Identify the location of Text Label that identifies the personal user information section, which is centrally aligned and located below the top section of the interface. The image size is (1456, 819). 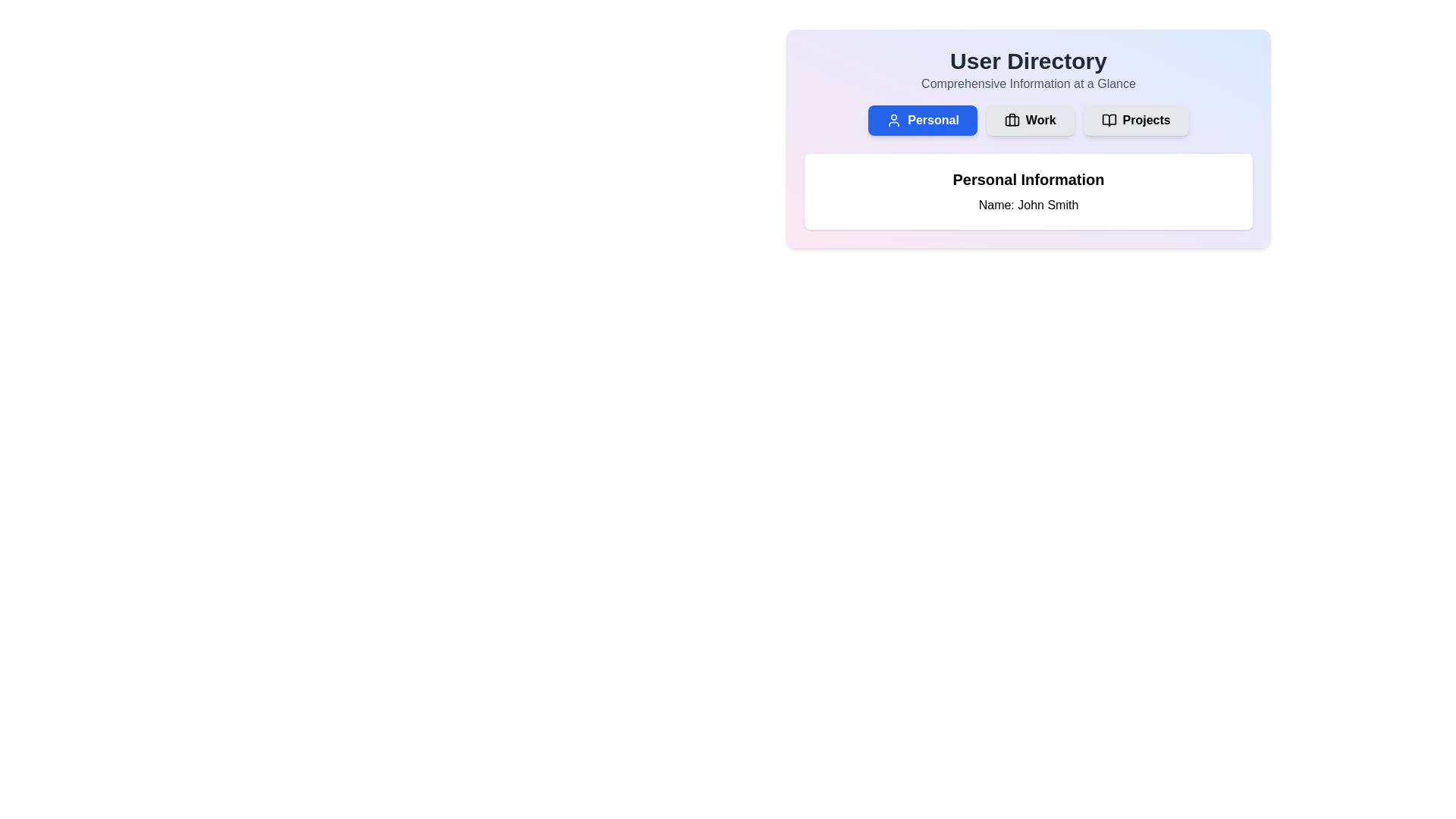
(1028, 178).